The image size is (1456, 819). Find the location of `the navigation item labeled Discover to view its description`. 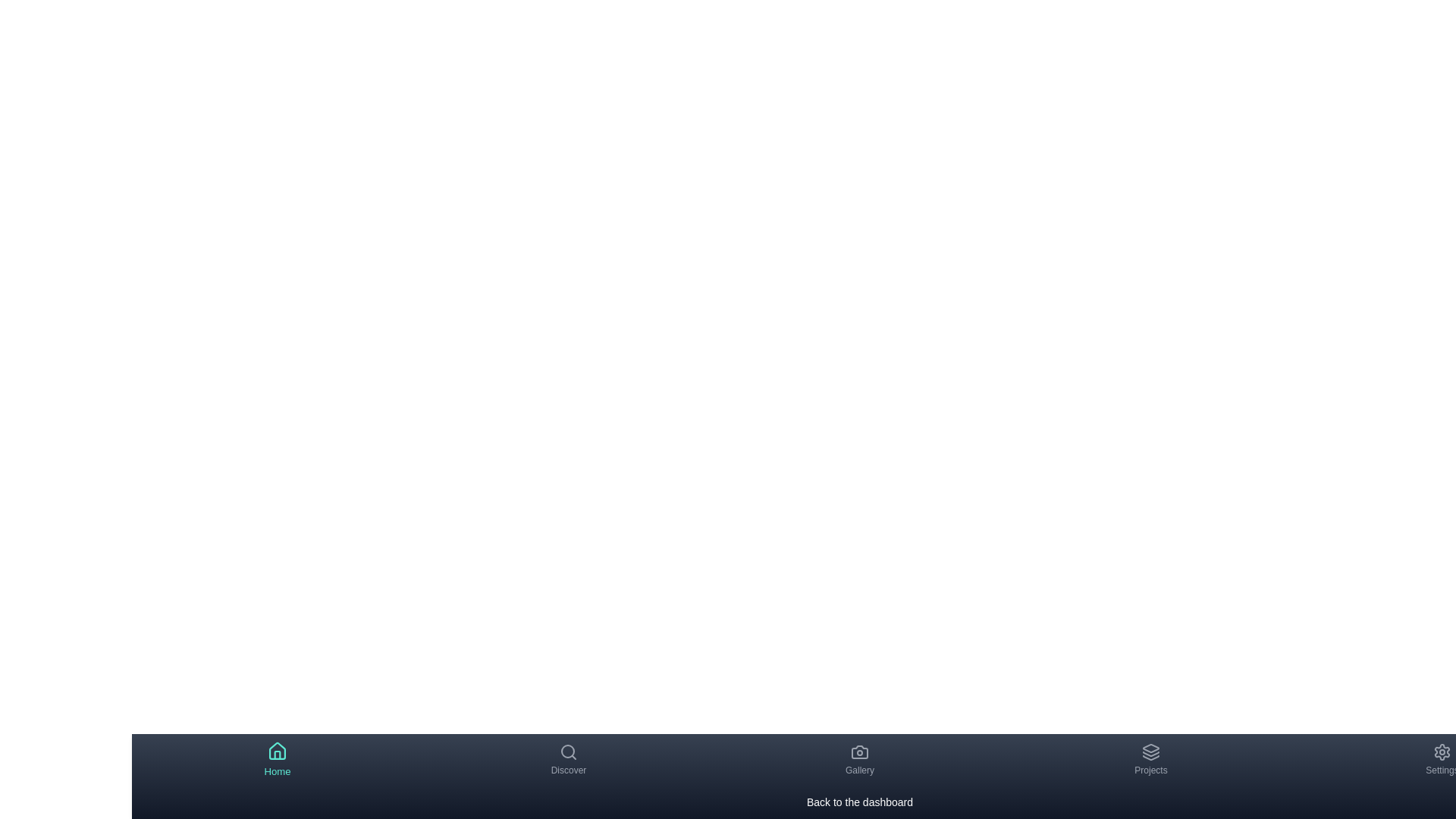

the navigation item labeled Discover to view its description is located at coordinates (567, 760).